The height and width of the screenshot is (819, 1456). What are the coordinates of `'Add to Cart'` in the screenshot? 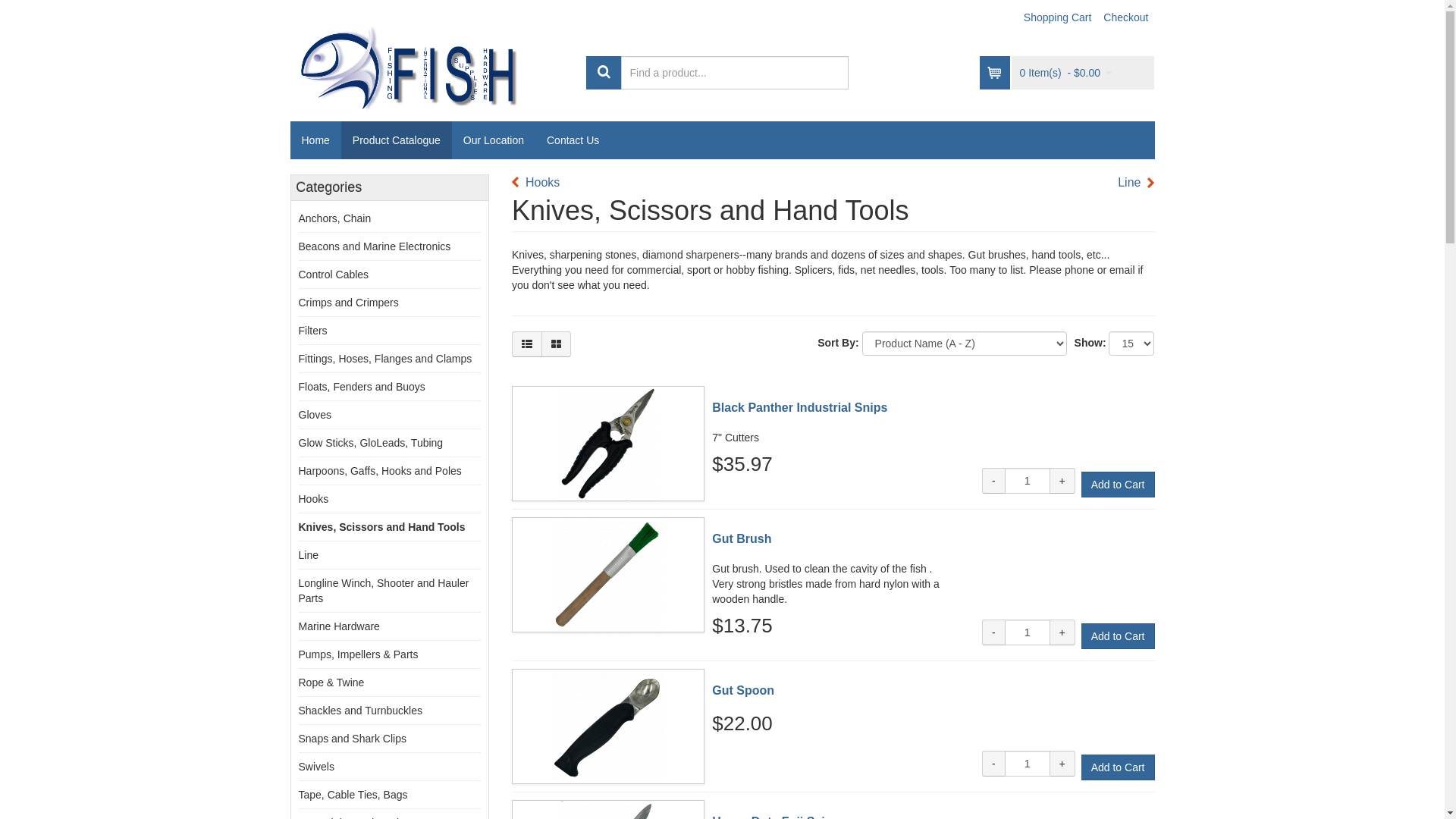 It's located at (1118, 485).